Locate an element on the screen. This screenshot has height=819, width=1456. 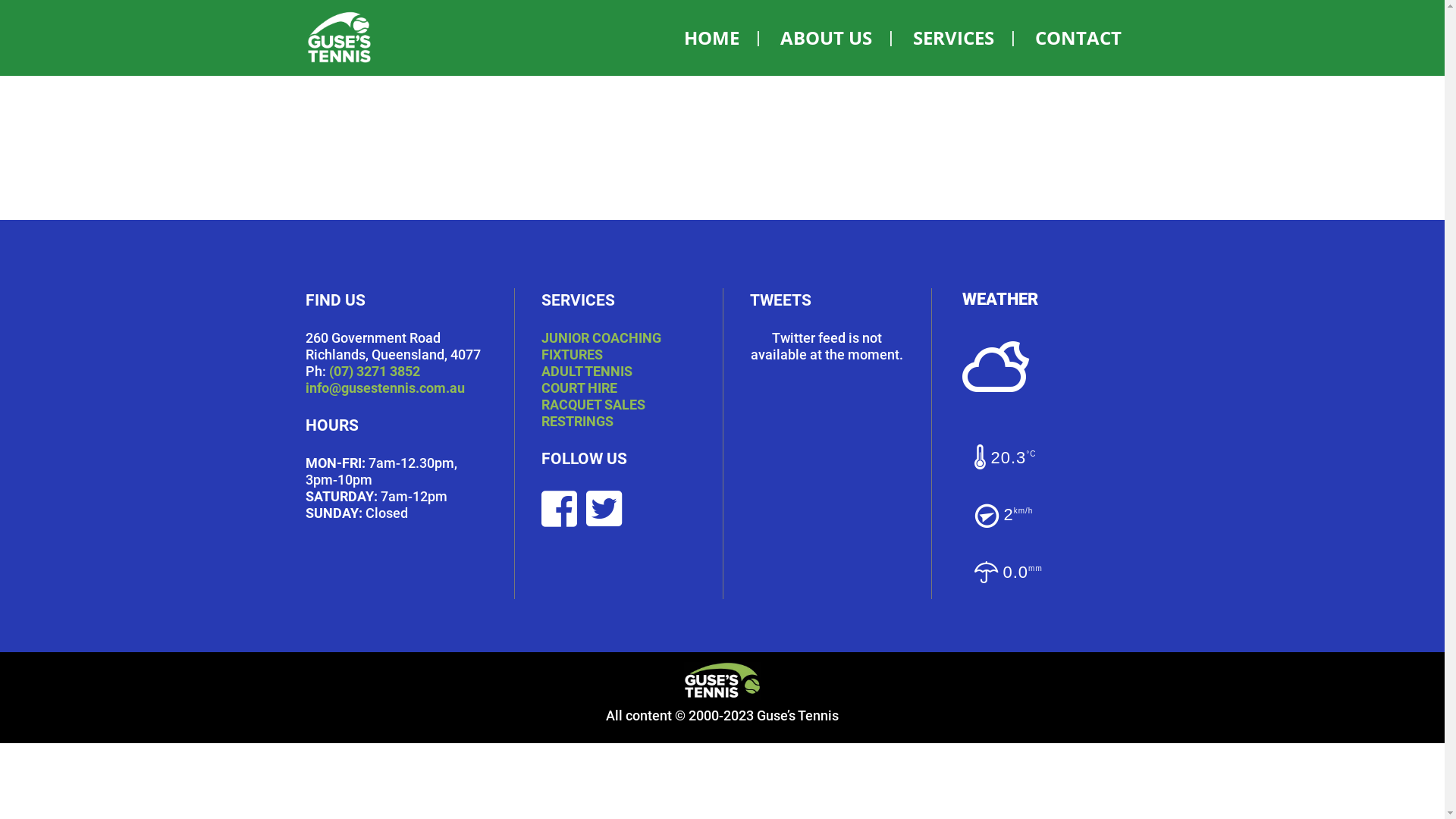
'RESTRINGS' is located at coordinates (576, 421).